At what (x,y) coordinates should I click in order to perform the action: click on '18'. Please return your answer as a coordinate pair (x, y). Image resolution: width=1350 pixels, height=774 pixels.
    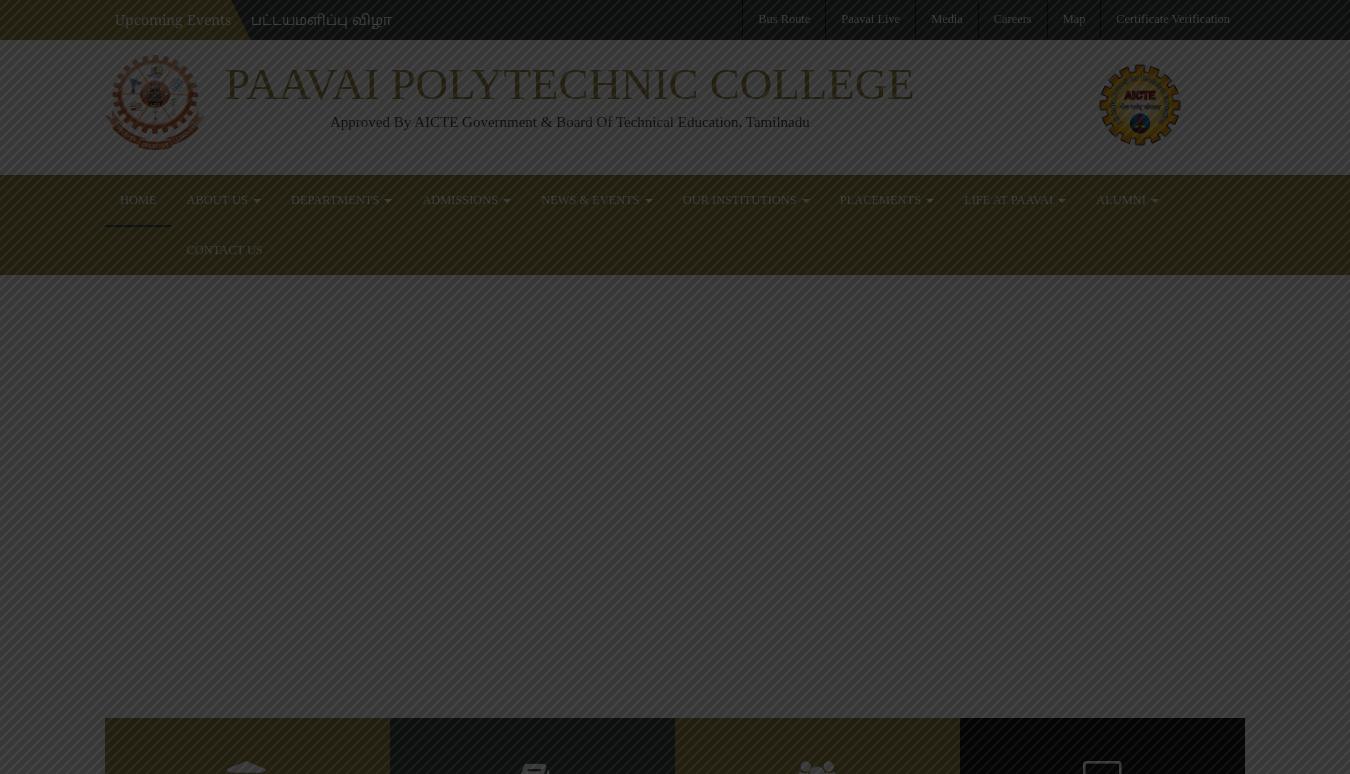
    Looking at the image, I should click on (934, 705).